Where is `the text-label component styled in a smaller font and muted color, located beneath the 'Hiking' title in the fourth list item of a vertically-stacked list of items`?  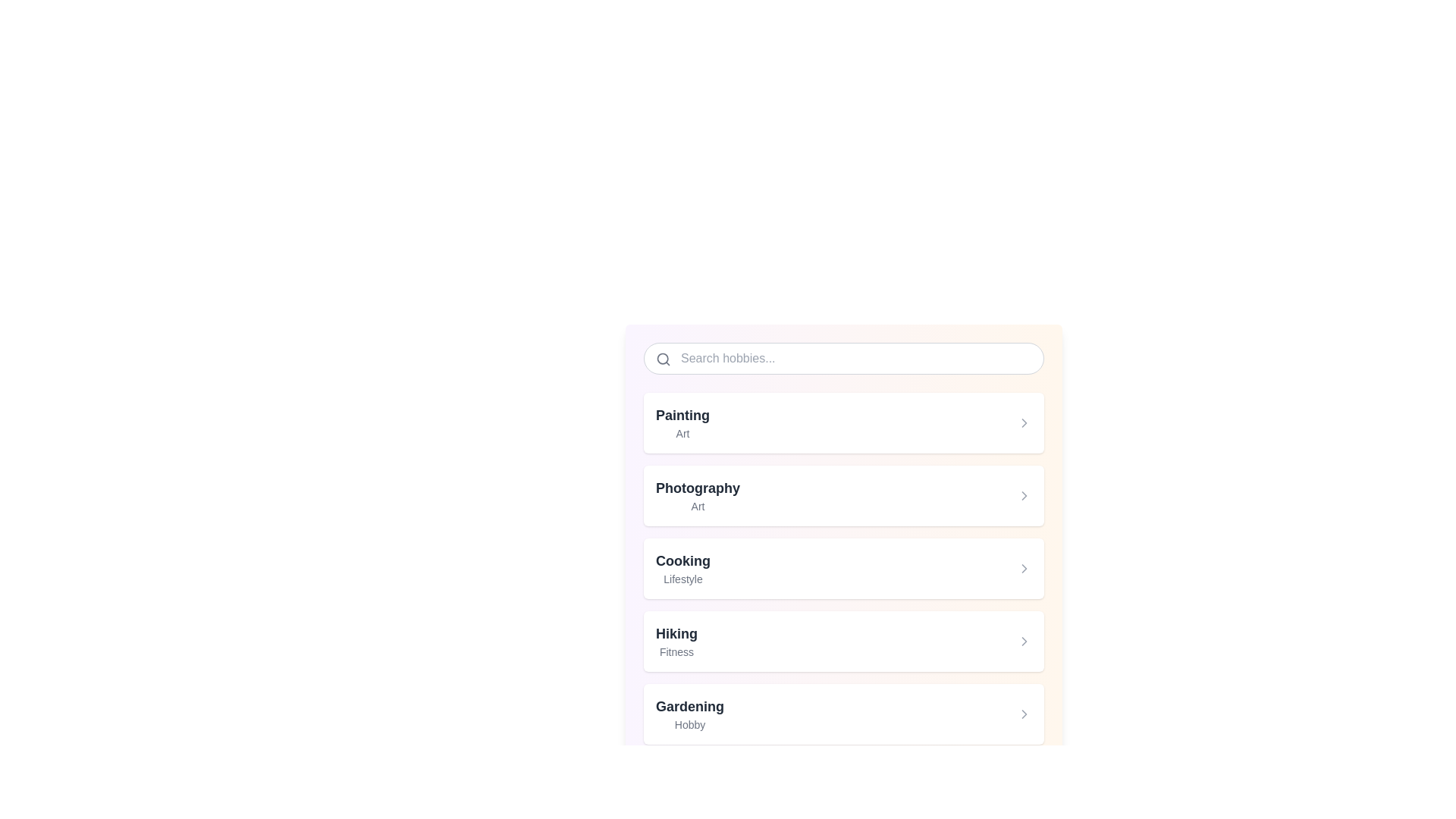 the text-label component styled in a smaller font and muted color, located beneath the 'Hiking' title in the fourth list item of a vertically-stacked list of items is located at coordinates (676, 651).